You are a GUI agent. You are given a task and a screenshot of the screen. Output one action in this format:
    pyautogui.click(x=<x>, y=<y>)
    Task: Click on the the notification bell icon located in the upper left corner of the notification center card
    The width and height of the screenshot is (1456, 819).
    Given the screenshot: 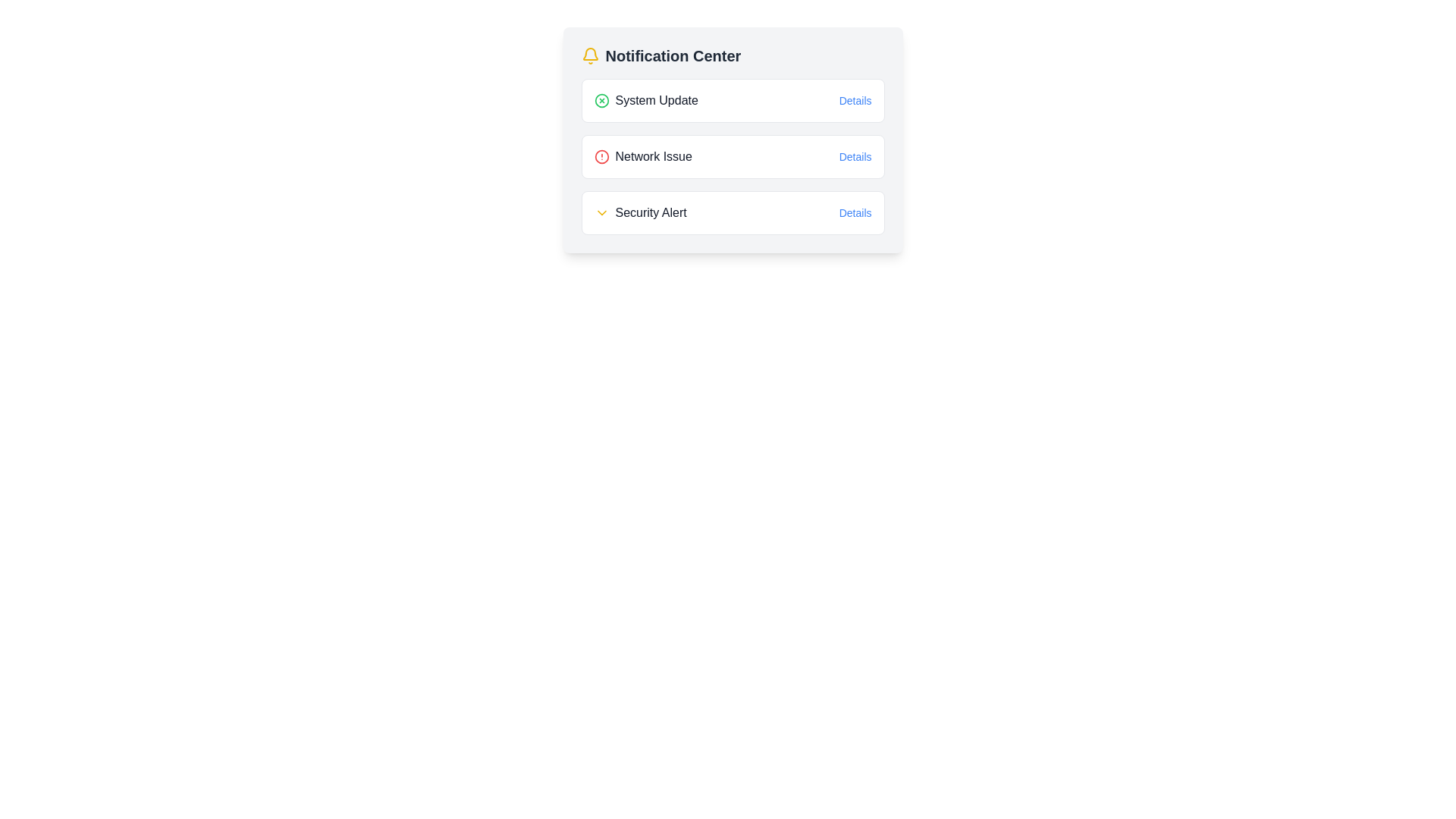 What is the action you would take?
    pyautogui.click(x=589, y=53)
    